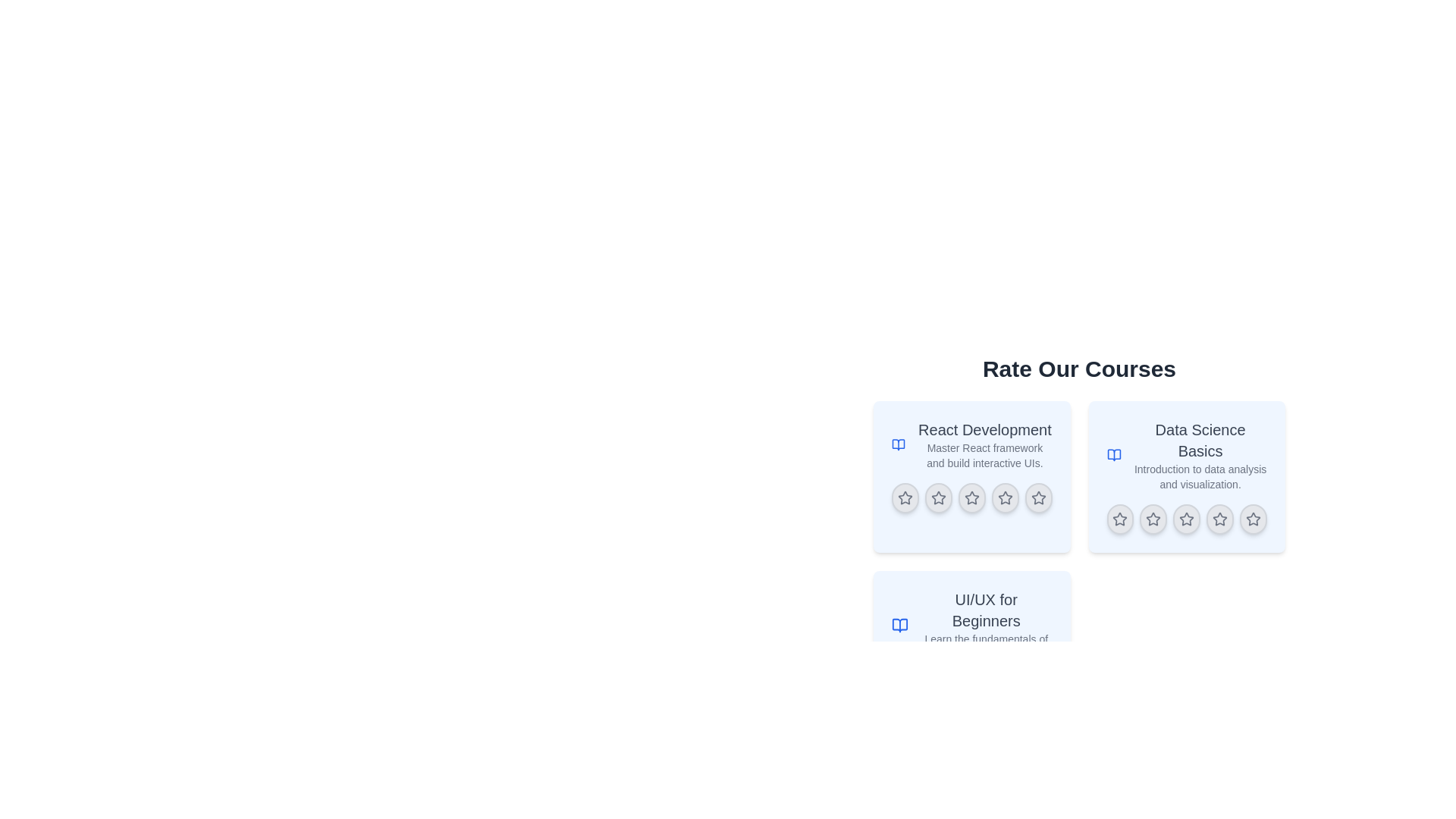  I want to click on the circular button with a light gray background and a darker gray star icon, so click(1254, 519).